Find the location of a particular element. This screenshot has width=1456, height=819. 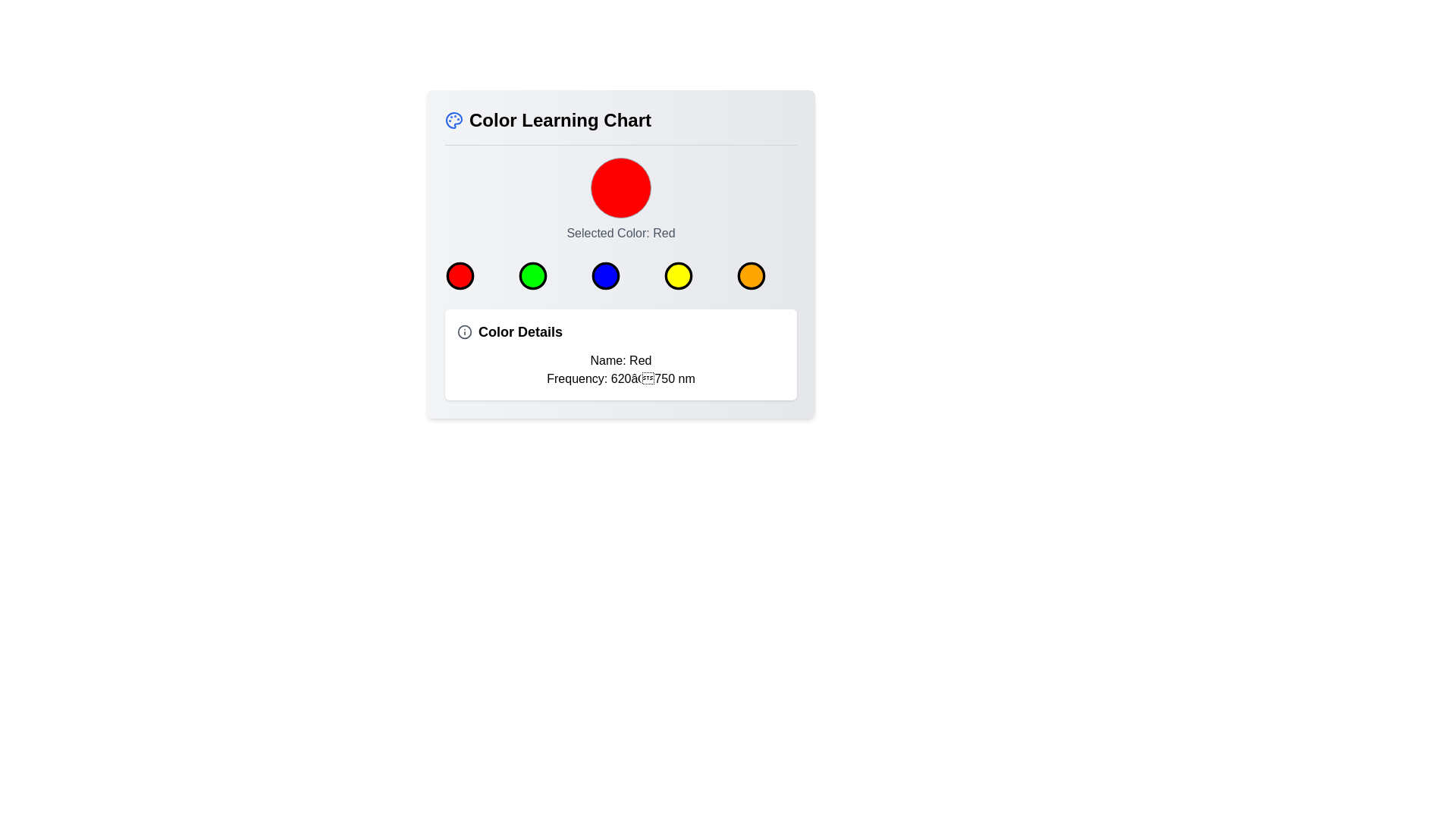

one of the circular buttons in the horizontal button group is located at coordinates (621, 275).